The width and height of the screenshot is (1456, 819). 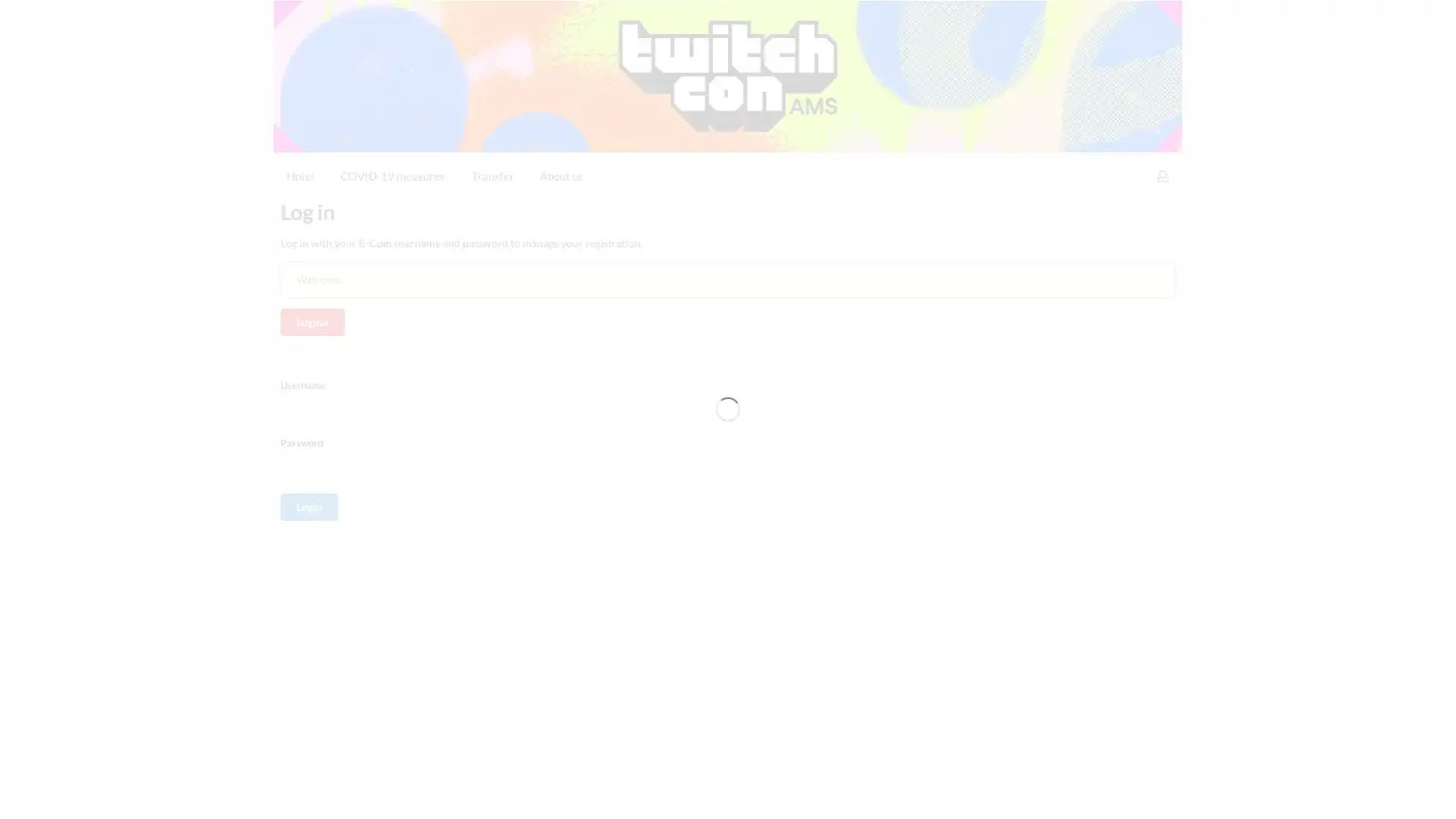 I want to click on Allow All, so click(x=1125, y=794).